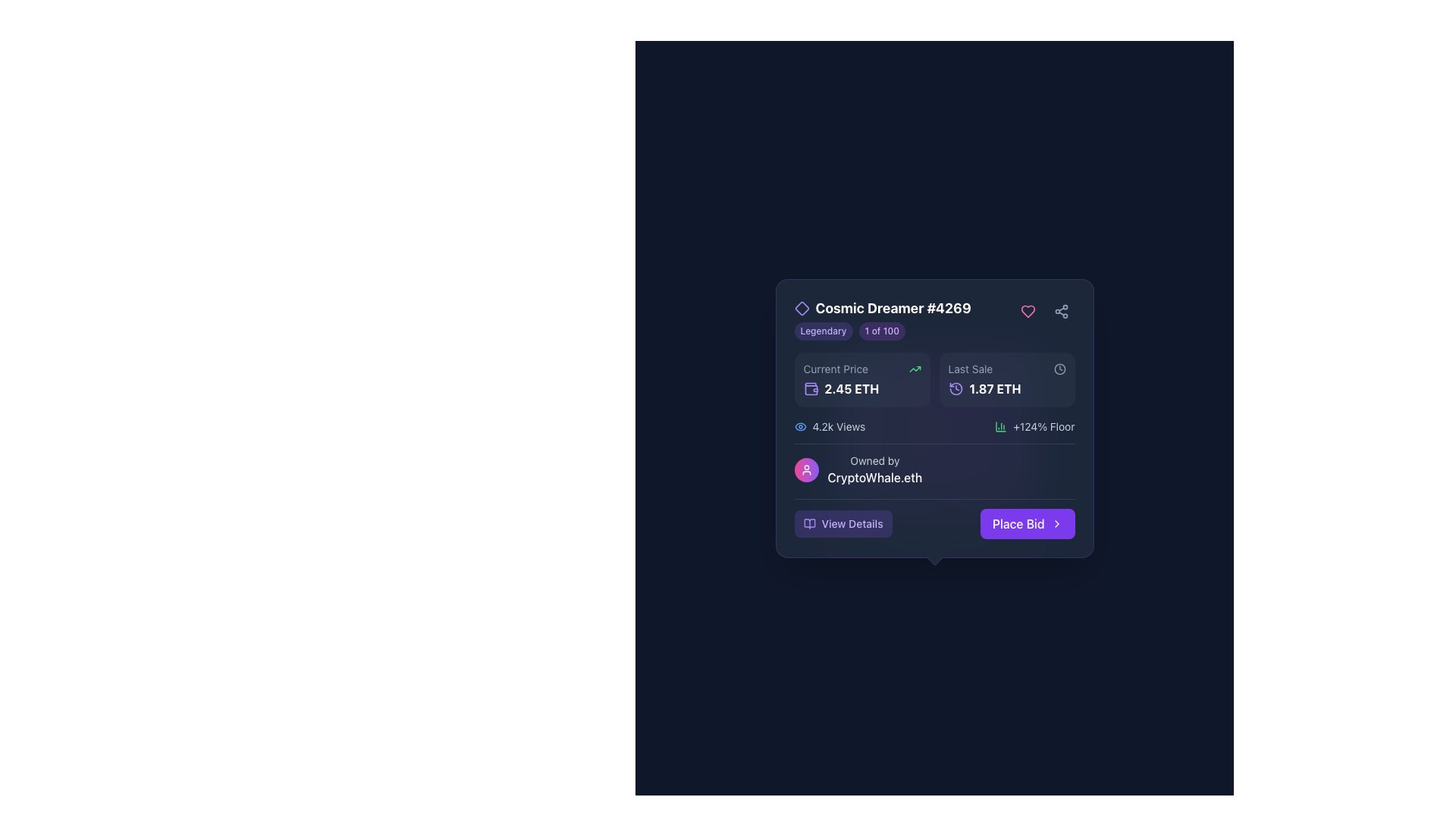 The width and height of the screenshot is (1456, 819). I want to click on text label displaying the view count (4.2k) located to the right of the eye icon and above the 'Owned by' section, so click(838, 427).